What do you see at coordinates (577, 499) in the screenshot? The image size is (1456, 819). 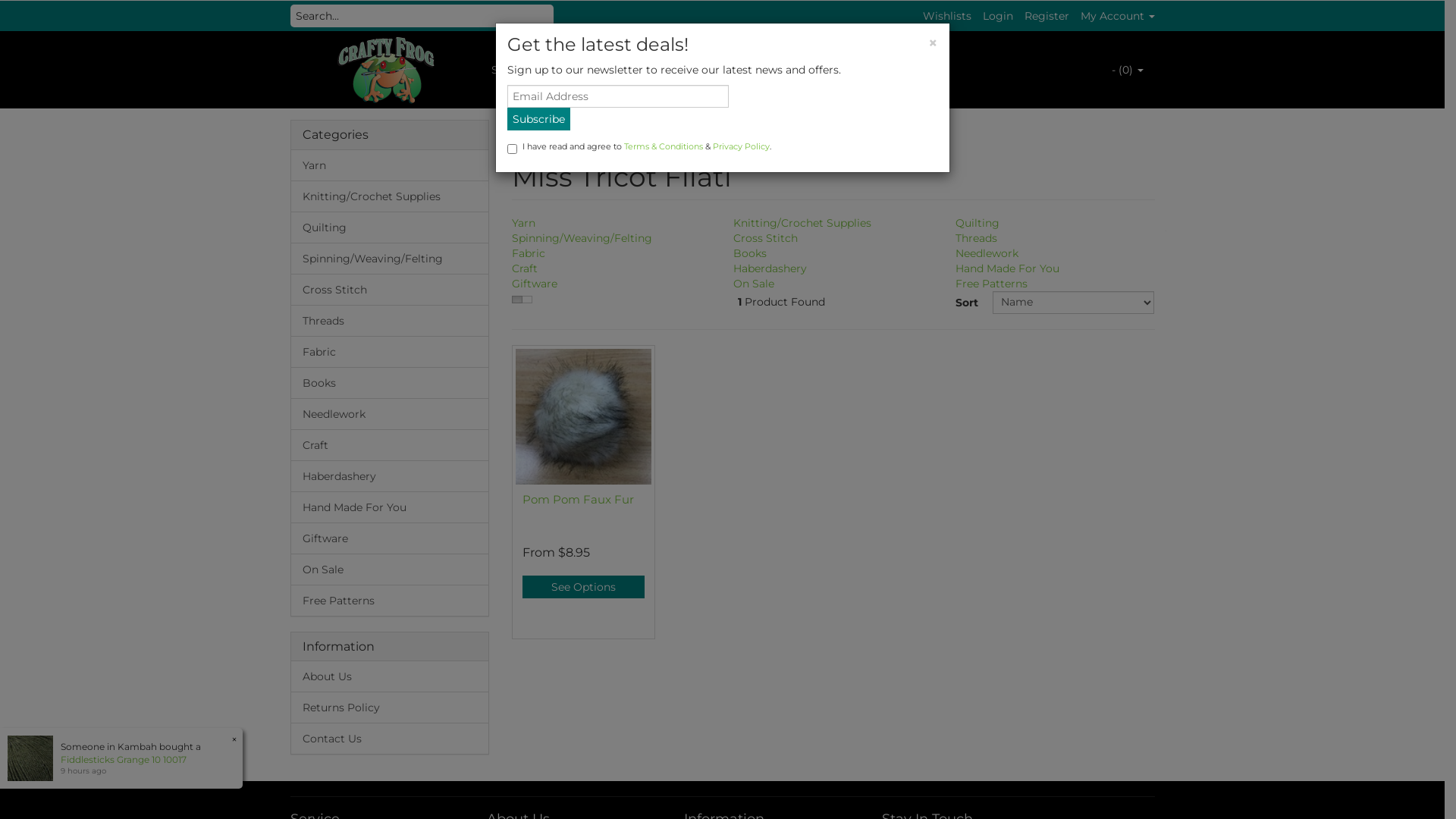 I see `'Pom Pom Faux Fur'` at bounding box center [577, 499].